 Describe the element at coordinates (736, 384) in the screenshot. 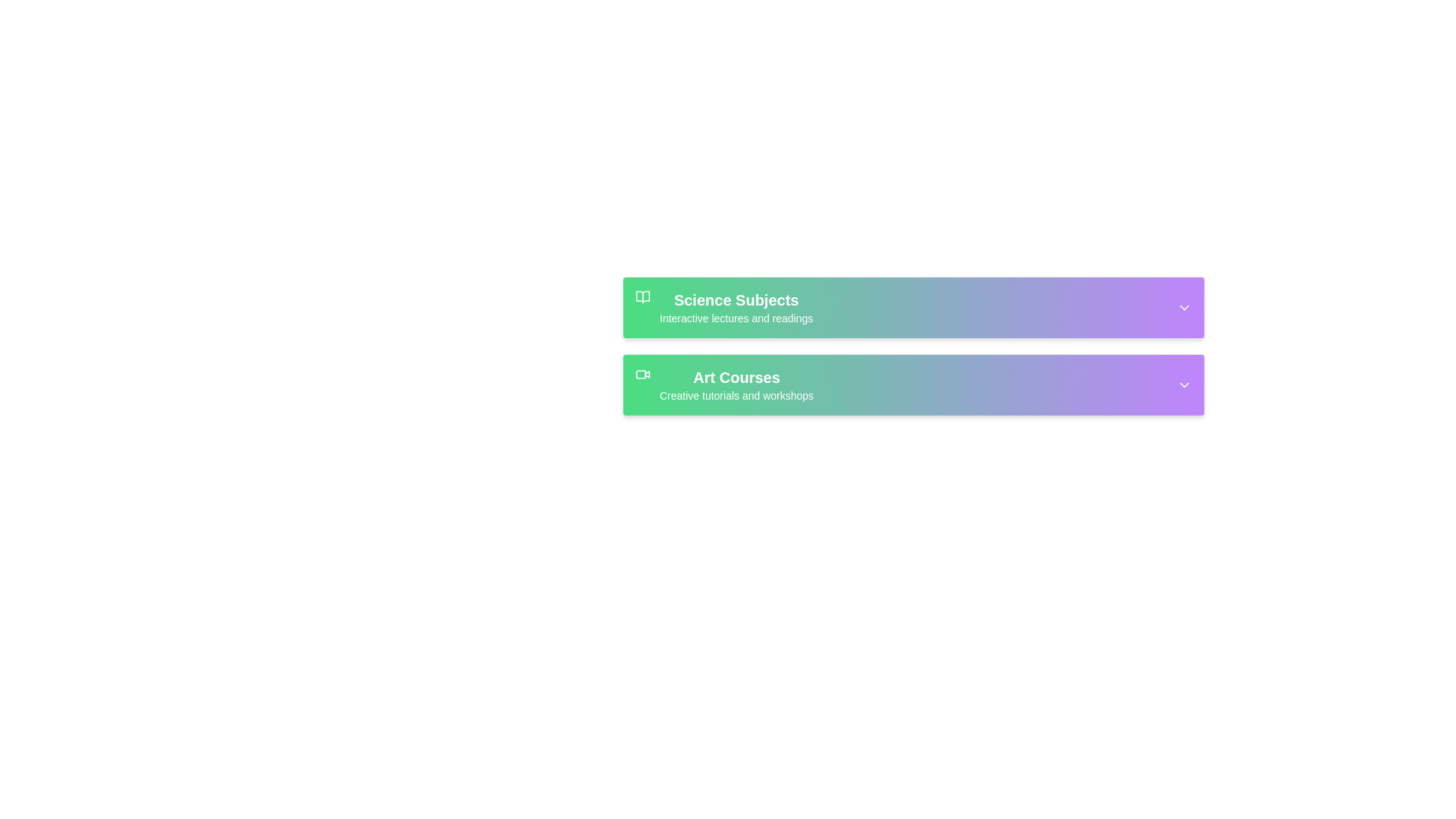

I see `the label for 'Art Courses' which provides additional details about 'Creative tutorials and workshops'` at that location.